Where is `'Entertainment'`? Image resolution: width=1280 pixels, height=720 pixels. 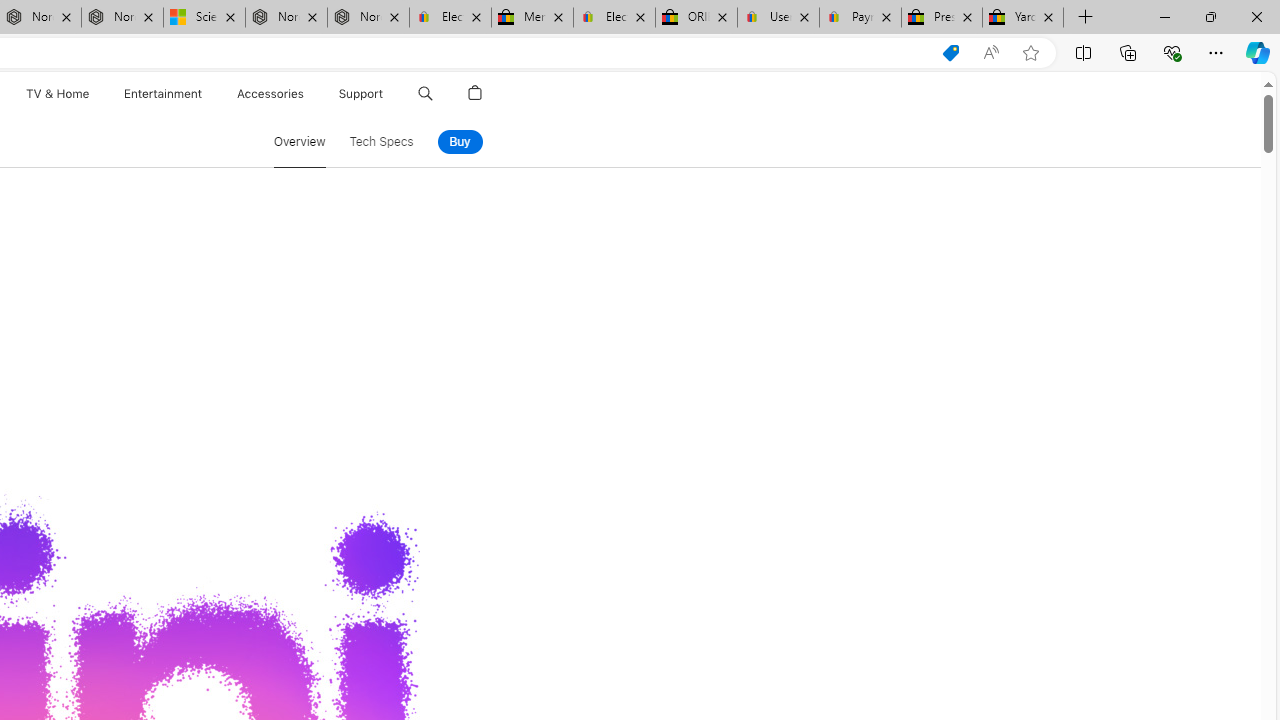 'Entertainment' is located at coordinates (163, 93).